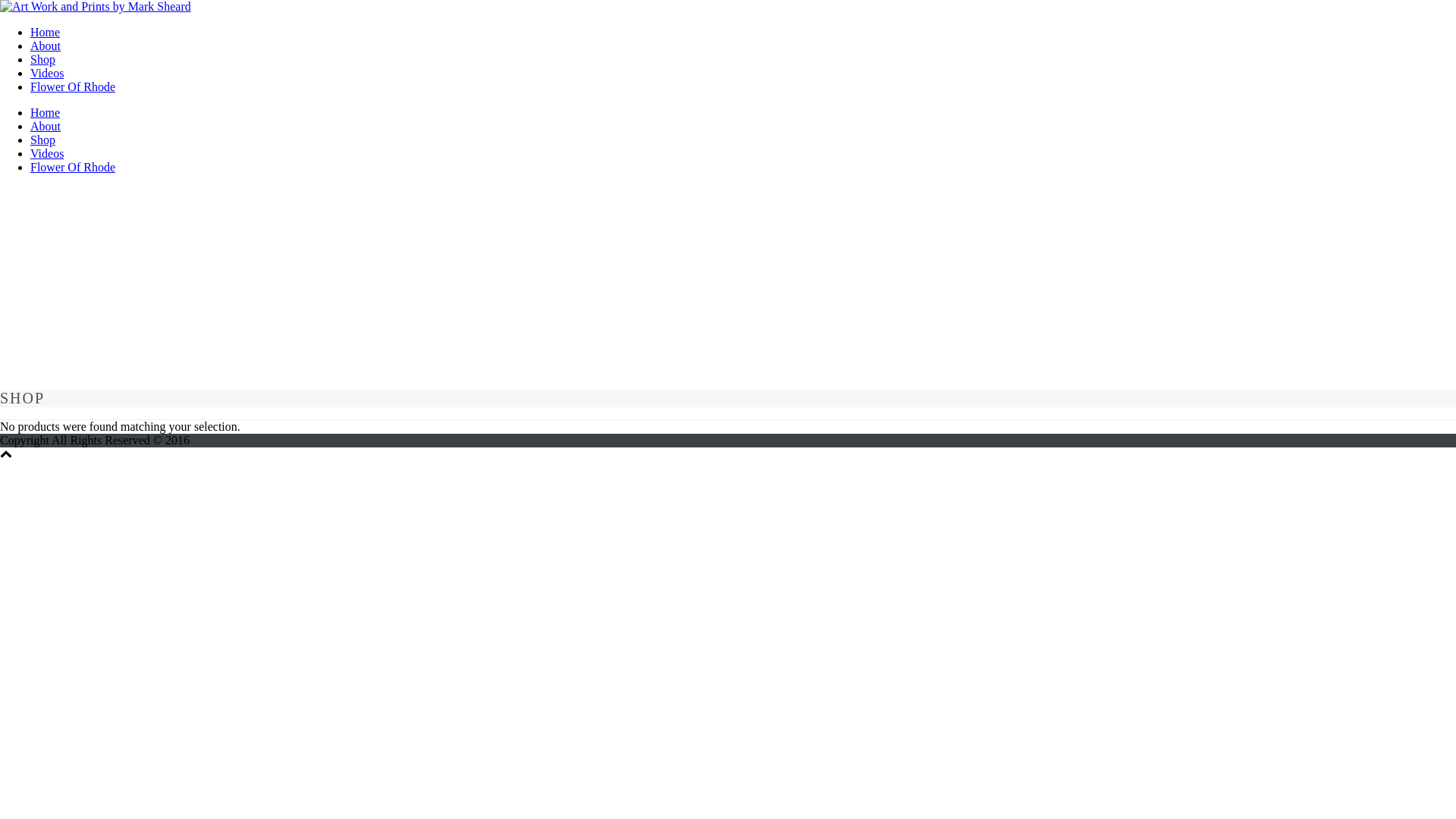 The image size is (1456, 819). I want to click on 'Videos', so click(47, 73).